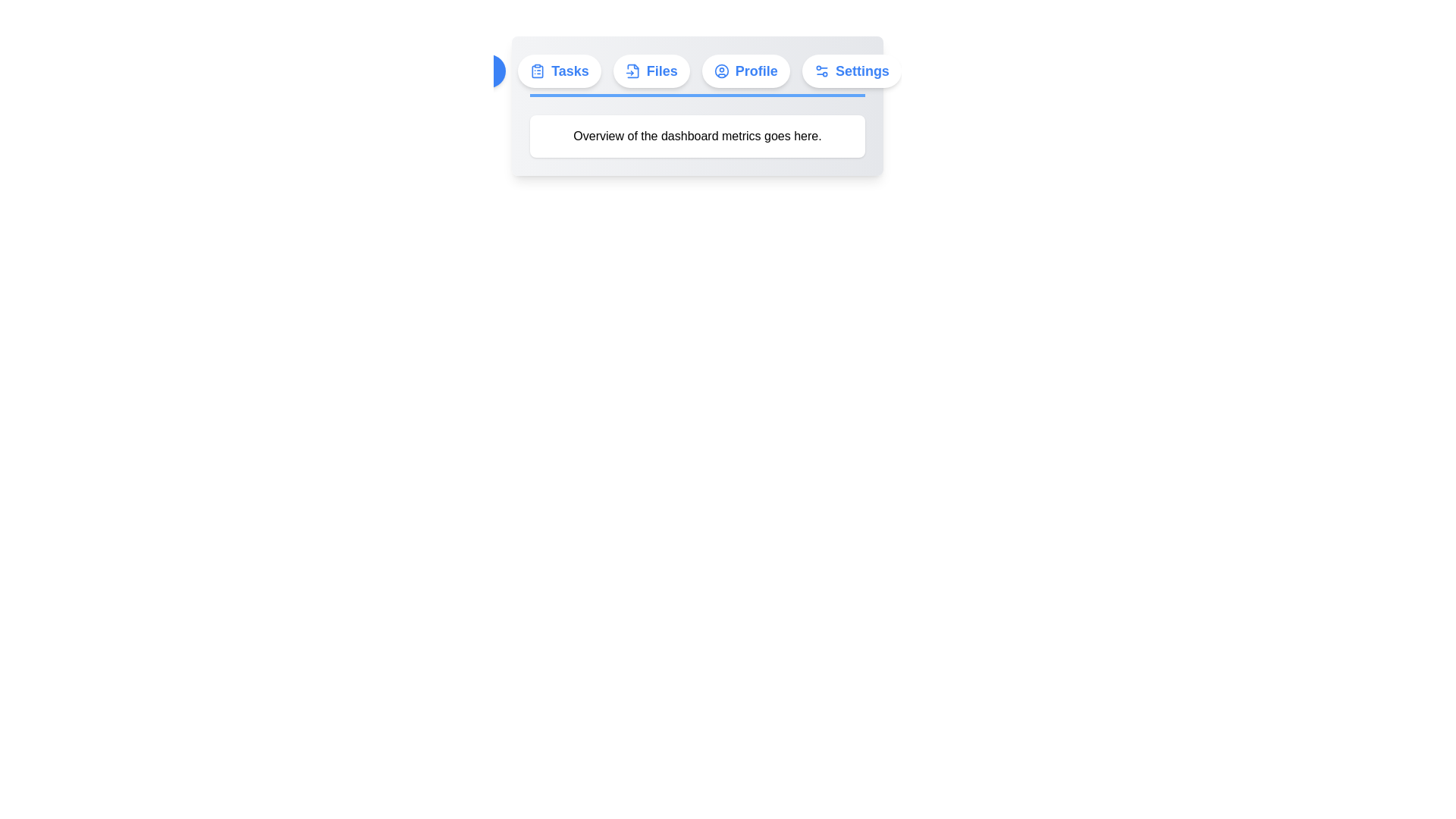 This screenshot has height=819, width=1456. Describe the element at coordinates (632, 71) in the screenshot. I see `the leftmost file-related icon located inside the 'Files' button, which is positioned to the right of the 'Tasks' button in the top menu bar` at that location.